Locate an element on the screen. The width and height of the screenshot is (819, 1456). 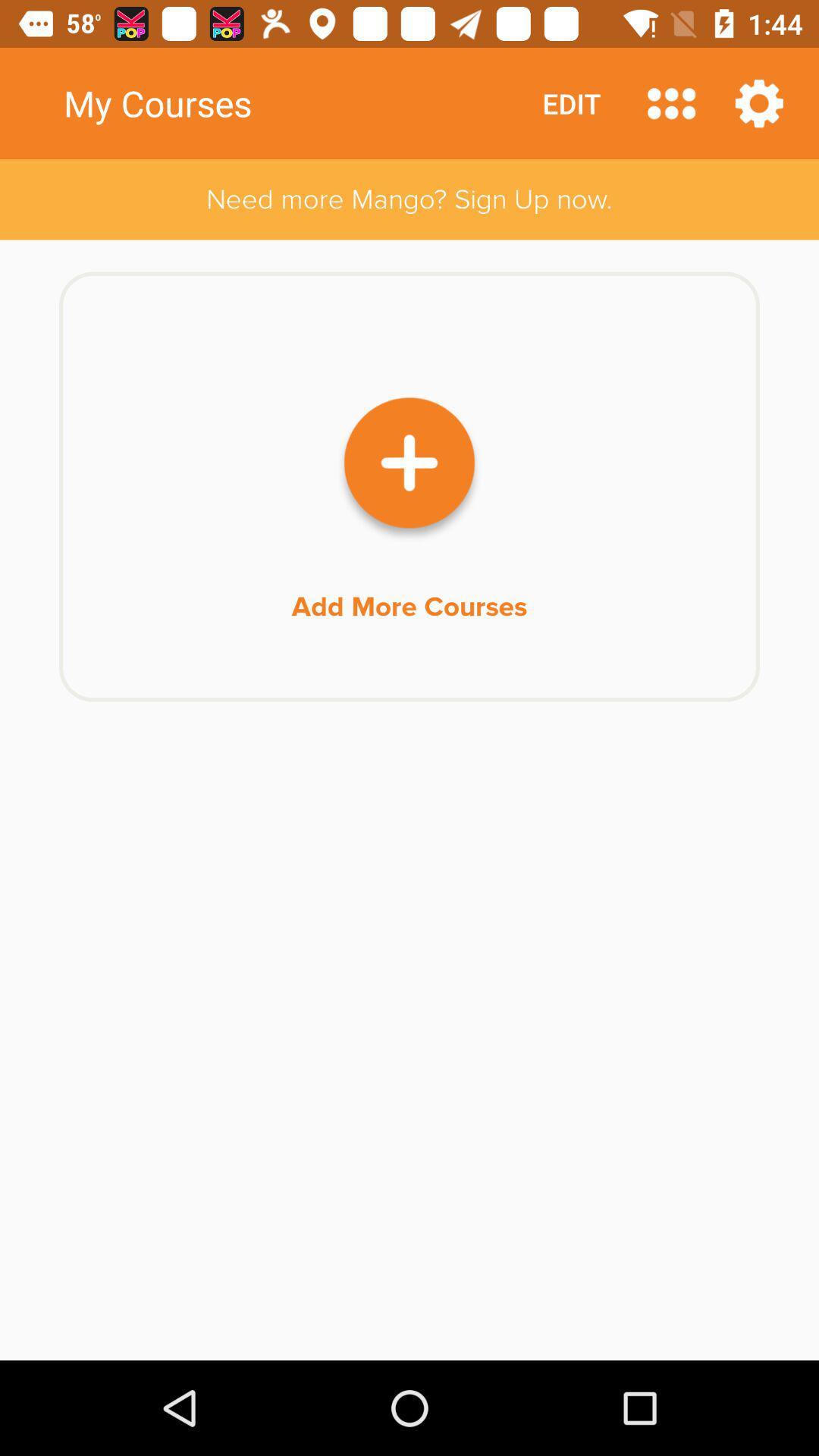
the item to the right of my courses is located at coordinates (670, 102).